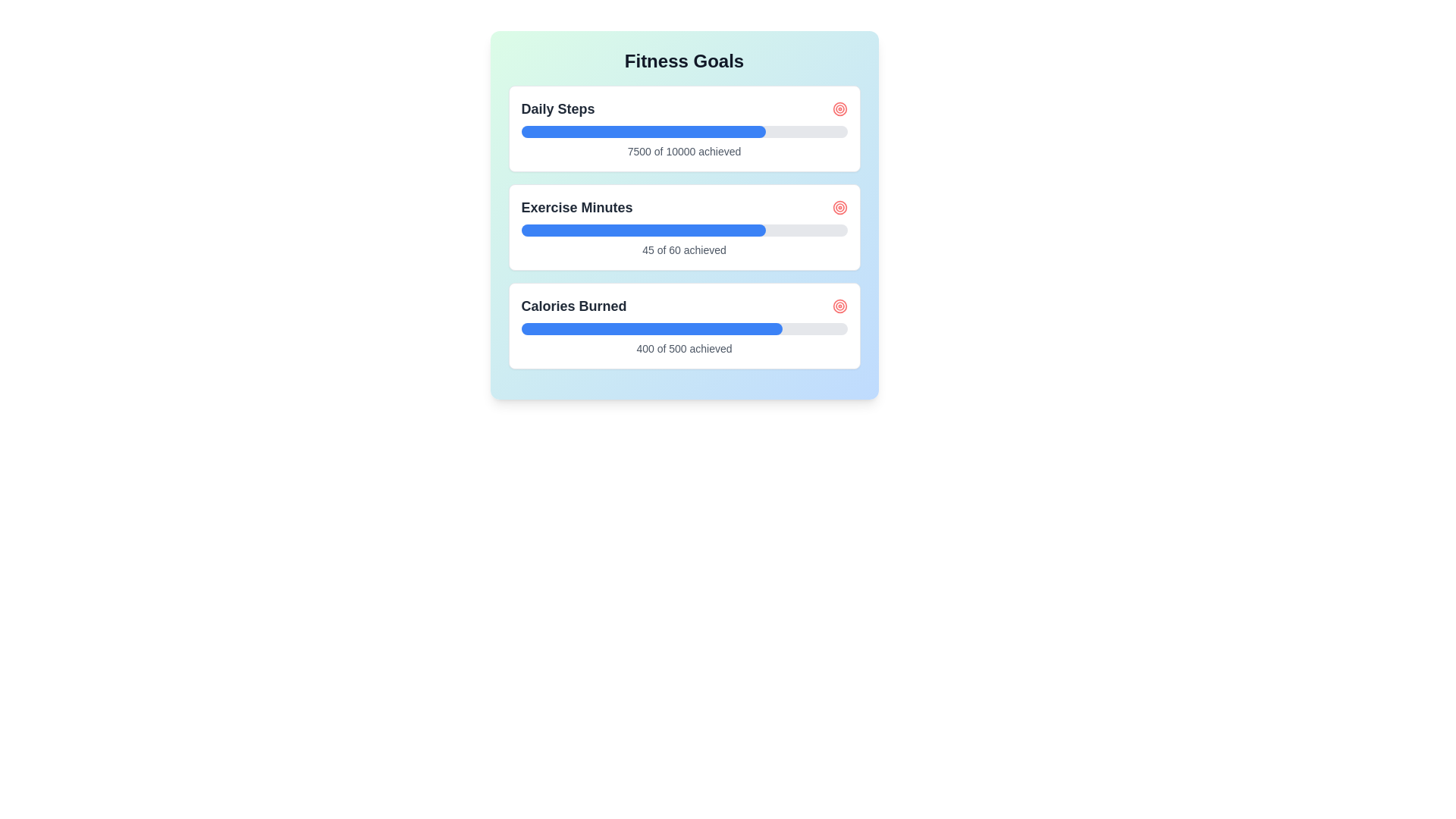  I want to click on the Progress Bar that displays the user's daily step goal within the 'Daily Steps' card, located at the center horizontally and in the upper third of the card, so click(683, 130).